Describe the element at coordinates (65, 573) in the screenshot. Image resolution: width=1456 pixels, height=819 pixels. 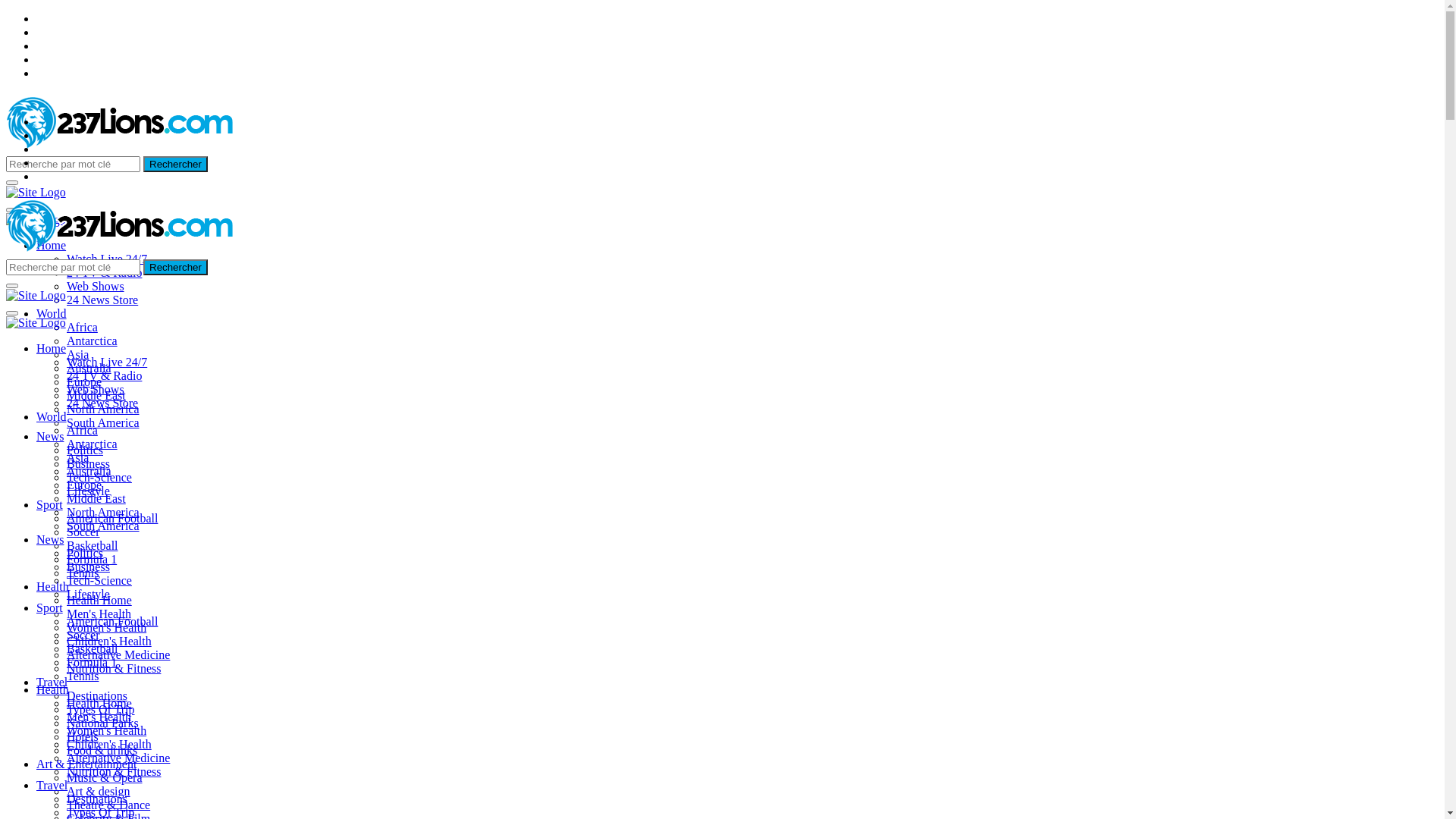
I see `'Tennis'` at that location.